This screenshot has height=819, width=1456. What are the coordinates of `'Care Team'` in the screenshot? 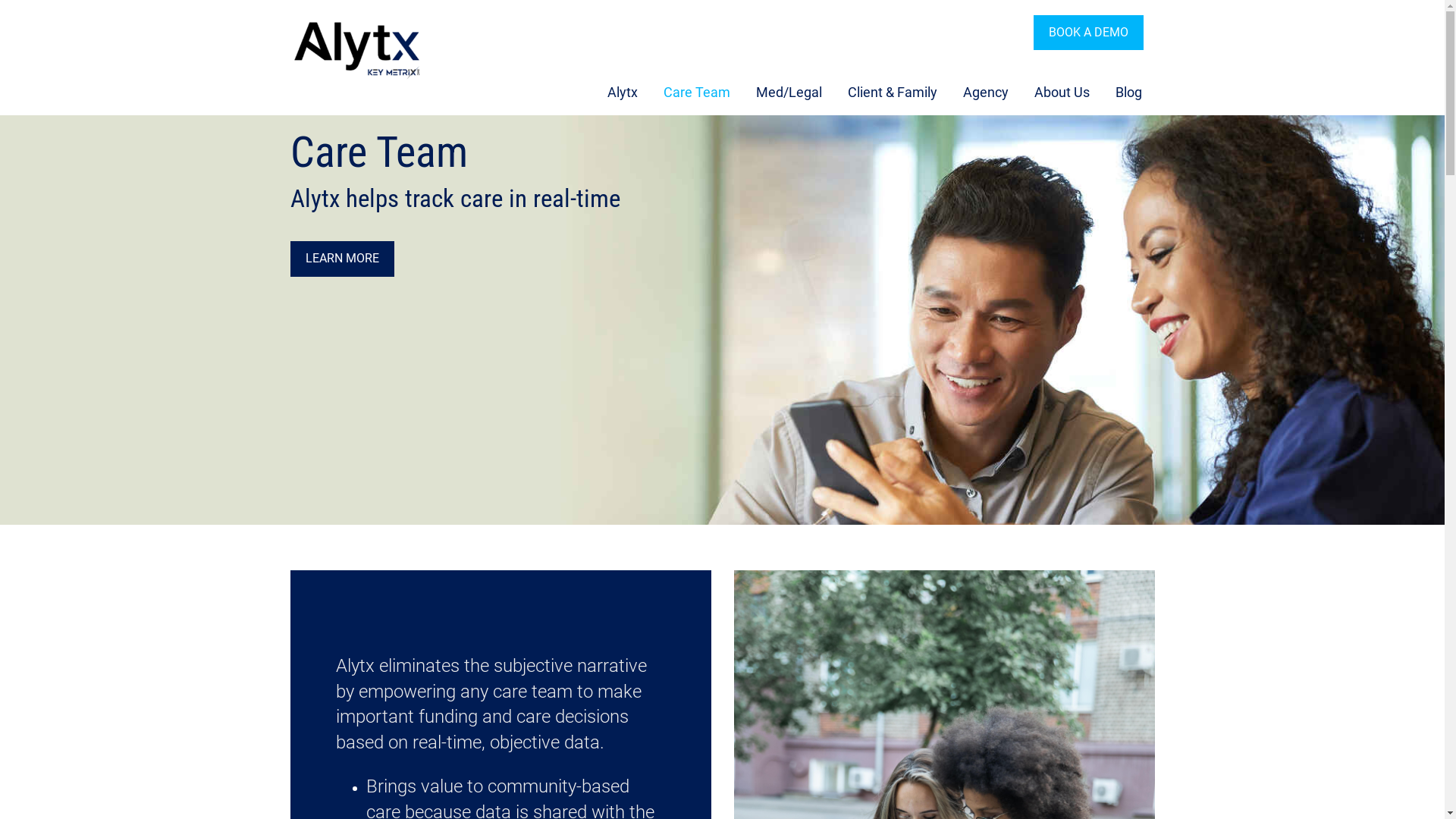 It's located at (648, 93).